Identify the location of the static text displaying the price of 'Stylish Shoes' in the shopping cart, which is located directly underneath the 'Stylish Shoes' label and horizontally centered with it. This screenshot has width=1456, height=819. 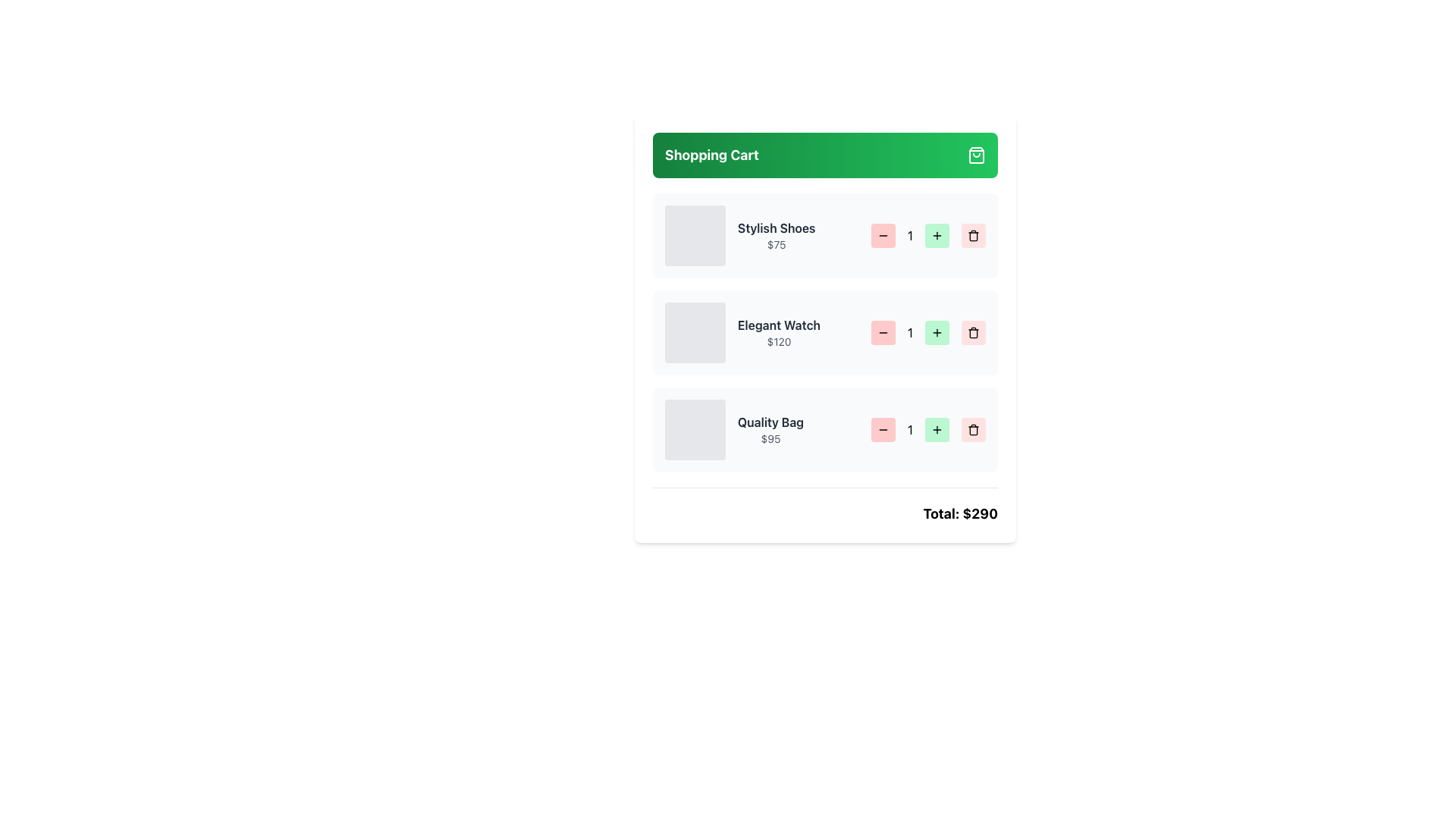
(777, 244).